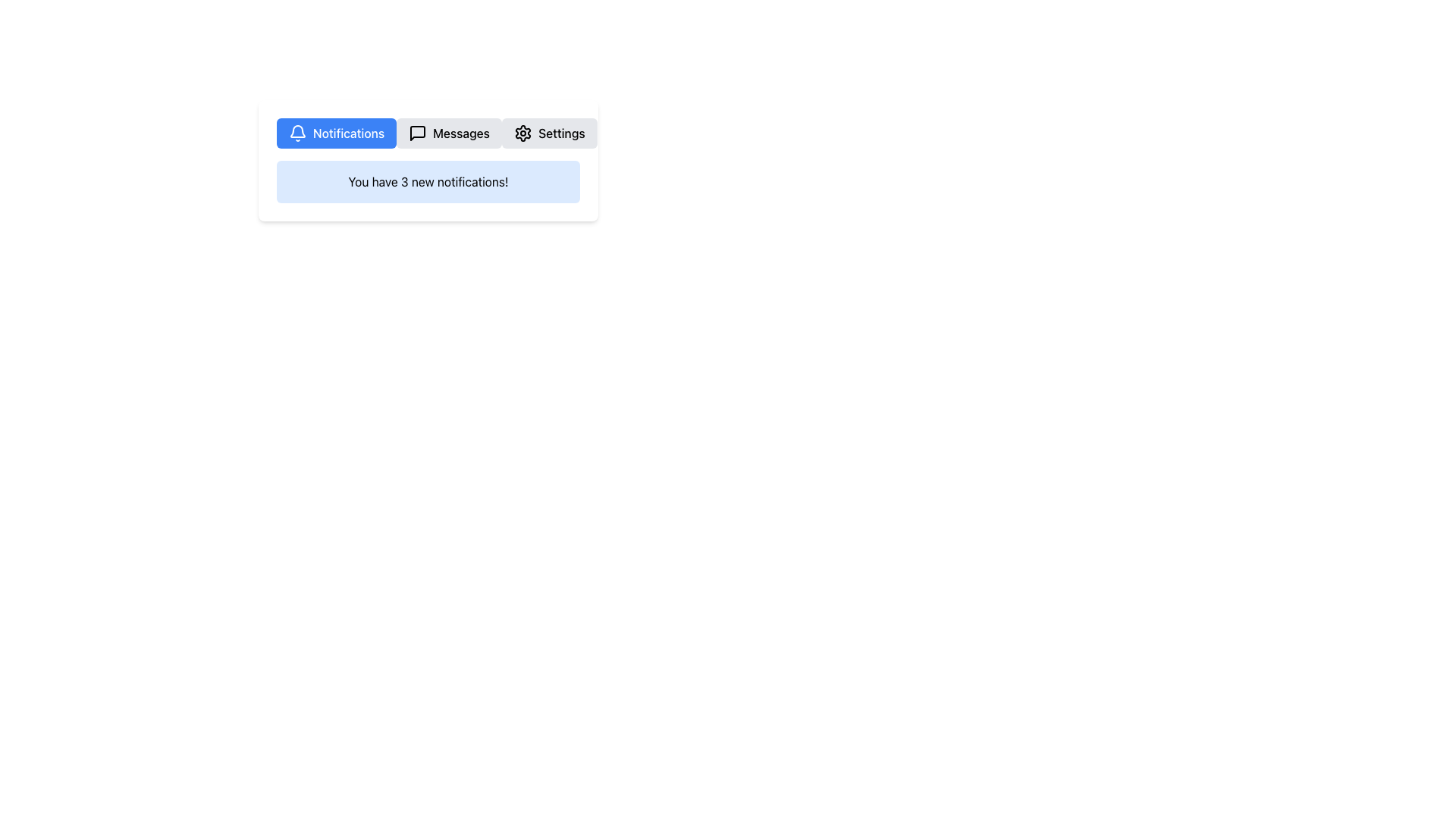  What do you see at coordinates (523, 133) in the screenshot?
I see `the settings icon located to the left of the 'Settings' label in the top-right section of the navigation bar` at bounding box center [523, 133].